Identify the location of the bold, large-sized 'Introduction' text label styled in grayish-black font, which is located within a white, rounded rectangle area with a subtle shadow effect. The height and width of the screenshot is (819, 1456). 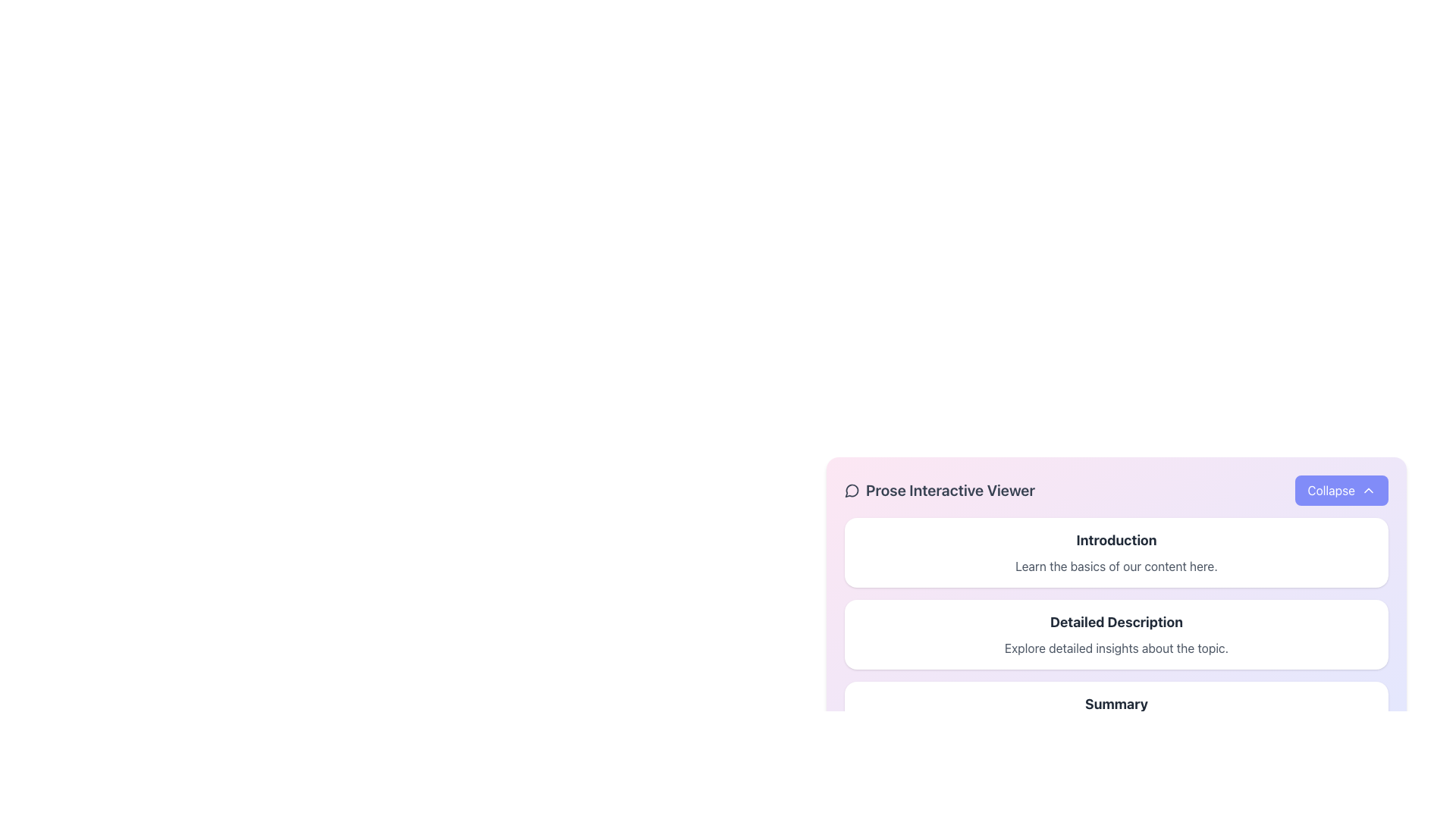
(1116, 540).